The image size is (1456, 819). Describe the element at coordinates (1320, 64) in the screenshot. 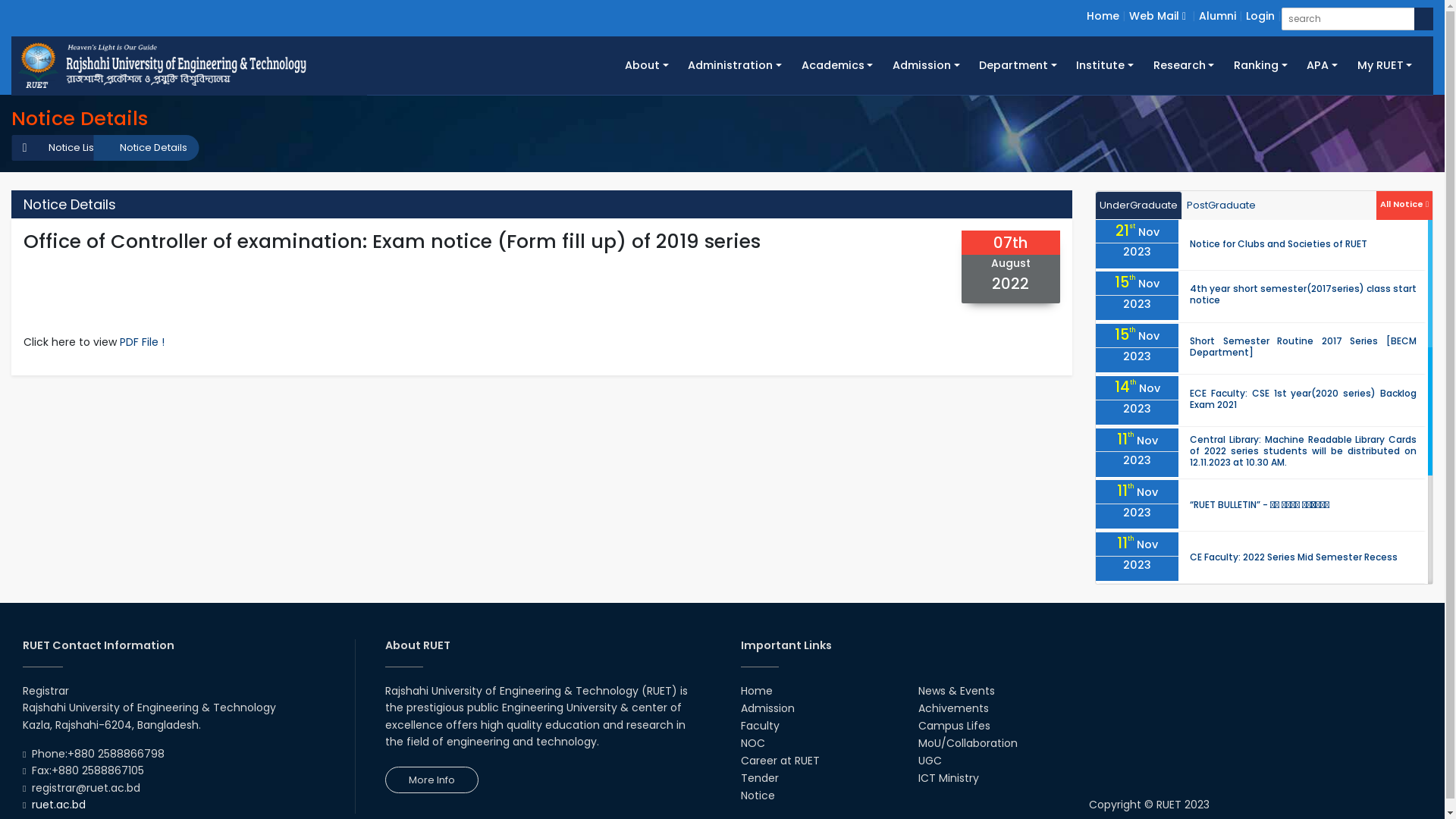

I see `'APA'` at that location.